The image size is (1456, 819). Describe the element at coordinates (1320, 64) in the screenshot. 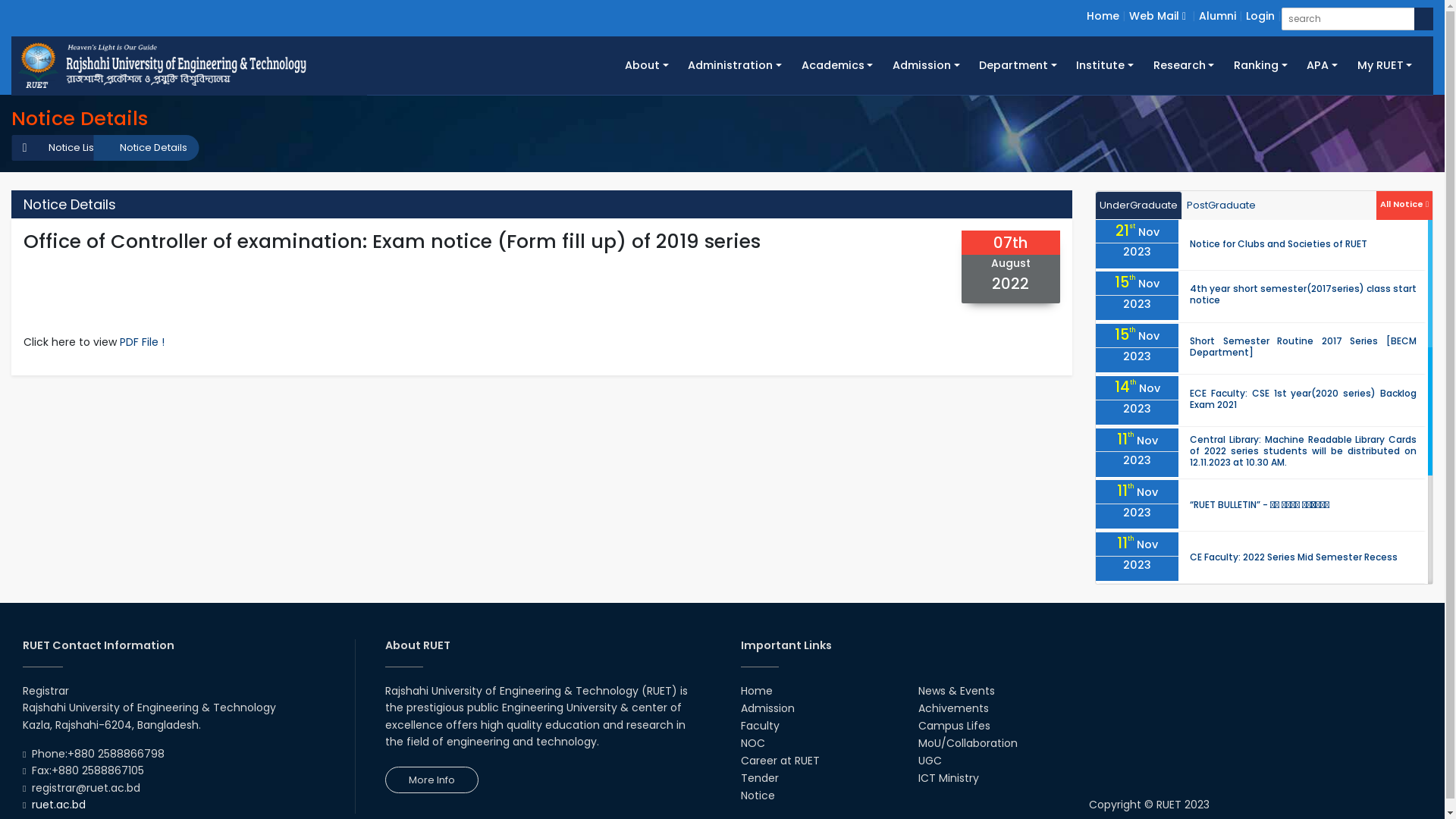

I see `'APA'` at that location.